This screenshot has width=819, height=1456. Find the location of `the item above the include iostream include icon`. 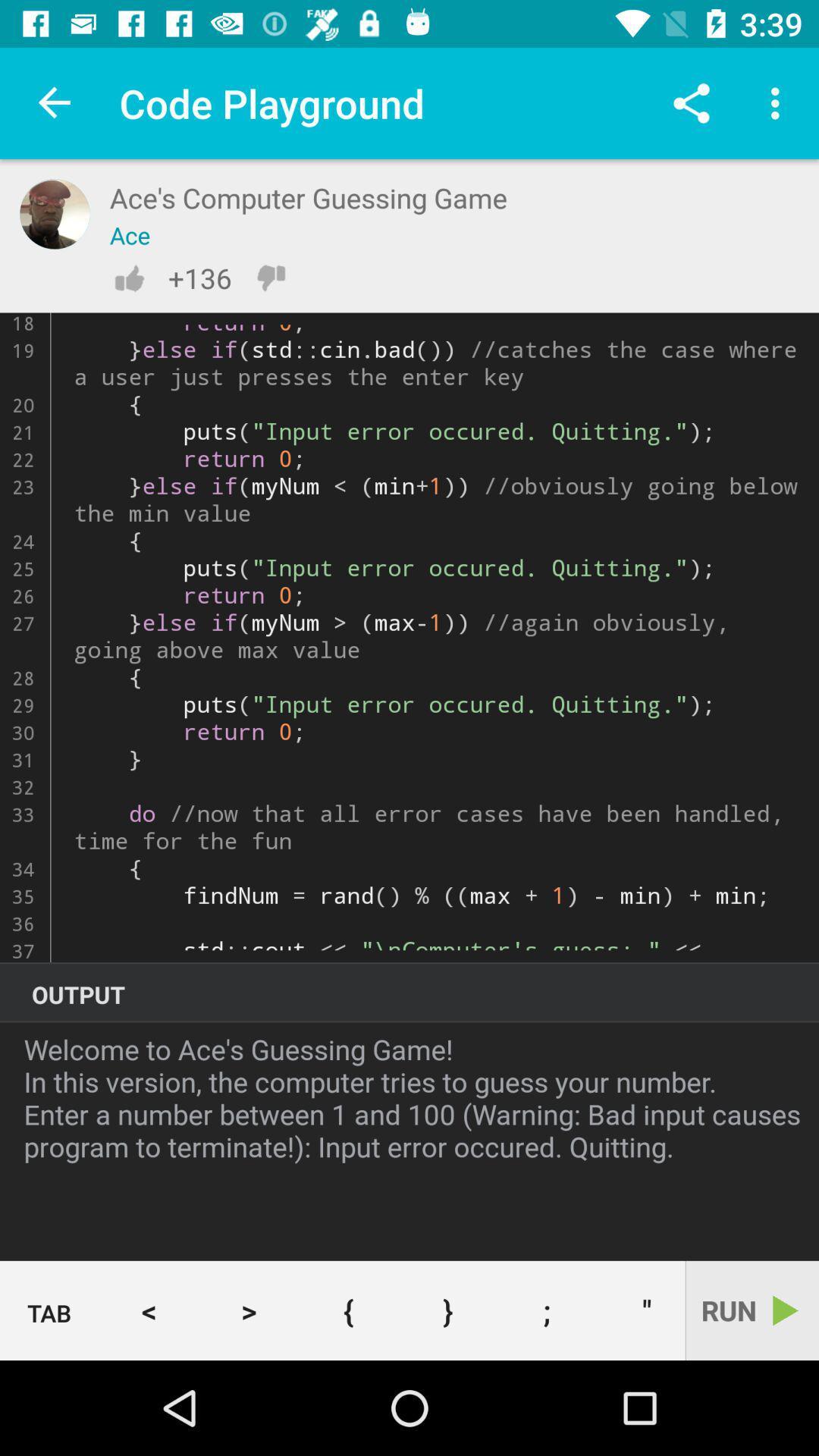

the item above the include iostream include icon is located at coordinates (691, 102).